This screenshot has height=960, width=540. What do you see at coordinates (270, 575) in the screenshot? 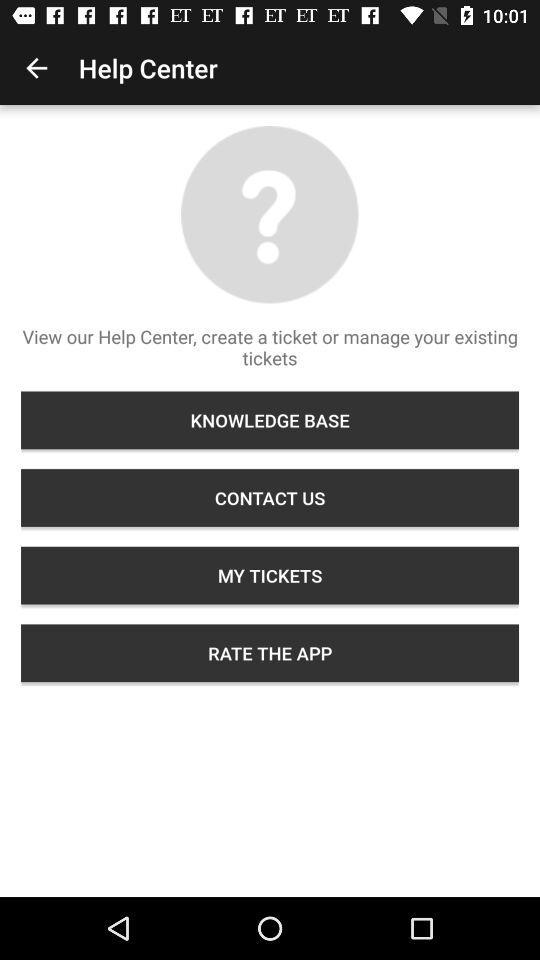
I see `the my tickets` at bounding box center [270, 575].